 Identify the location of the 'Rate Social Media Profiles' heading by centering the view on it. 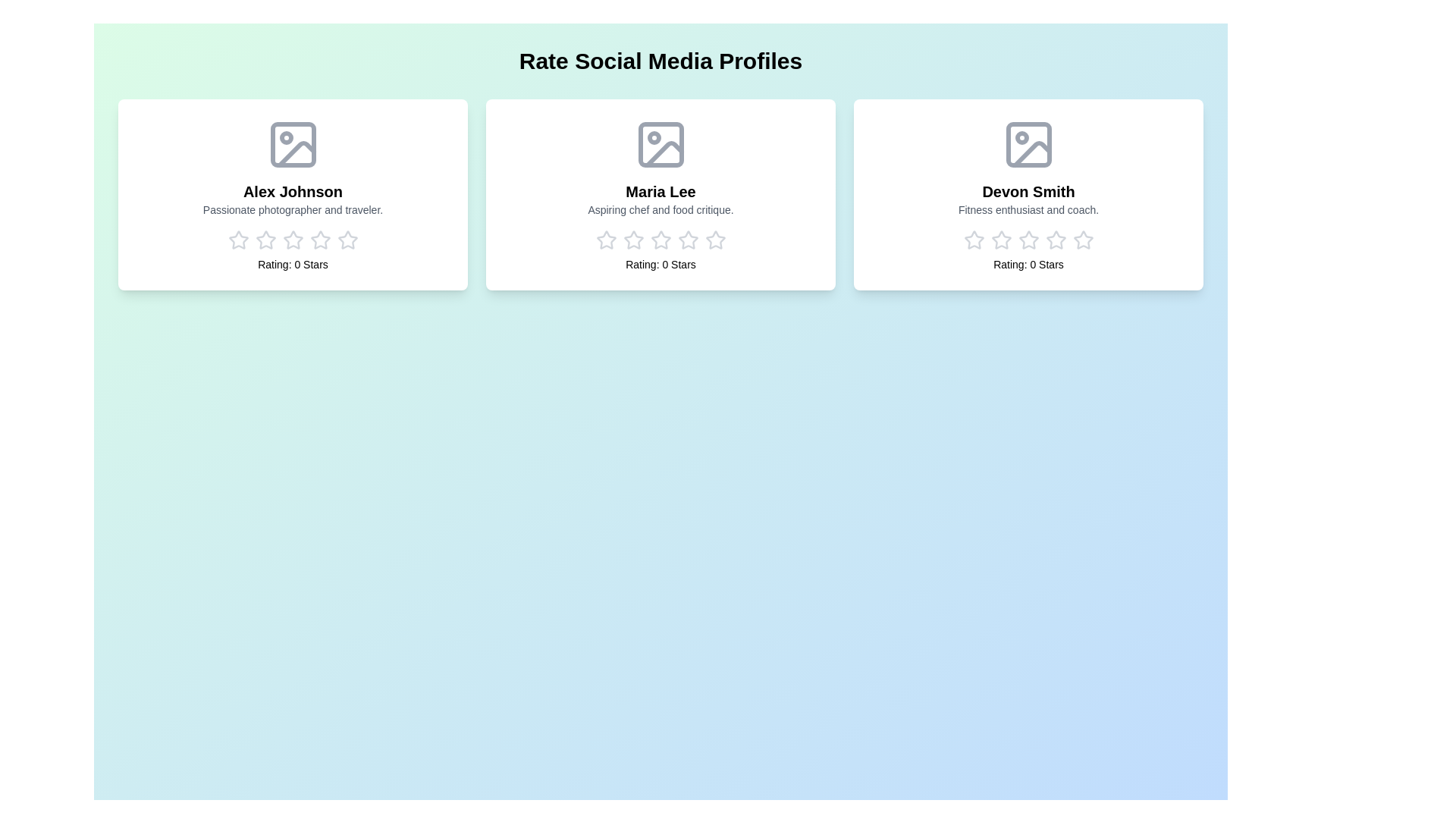
(661, 61).